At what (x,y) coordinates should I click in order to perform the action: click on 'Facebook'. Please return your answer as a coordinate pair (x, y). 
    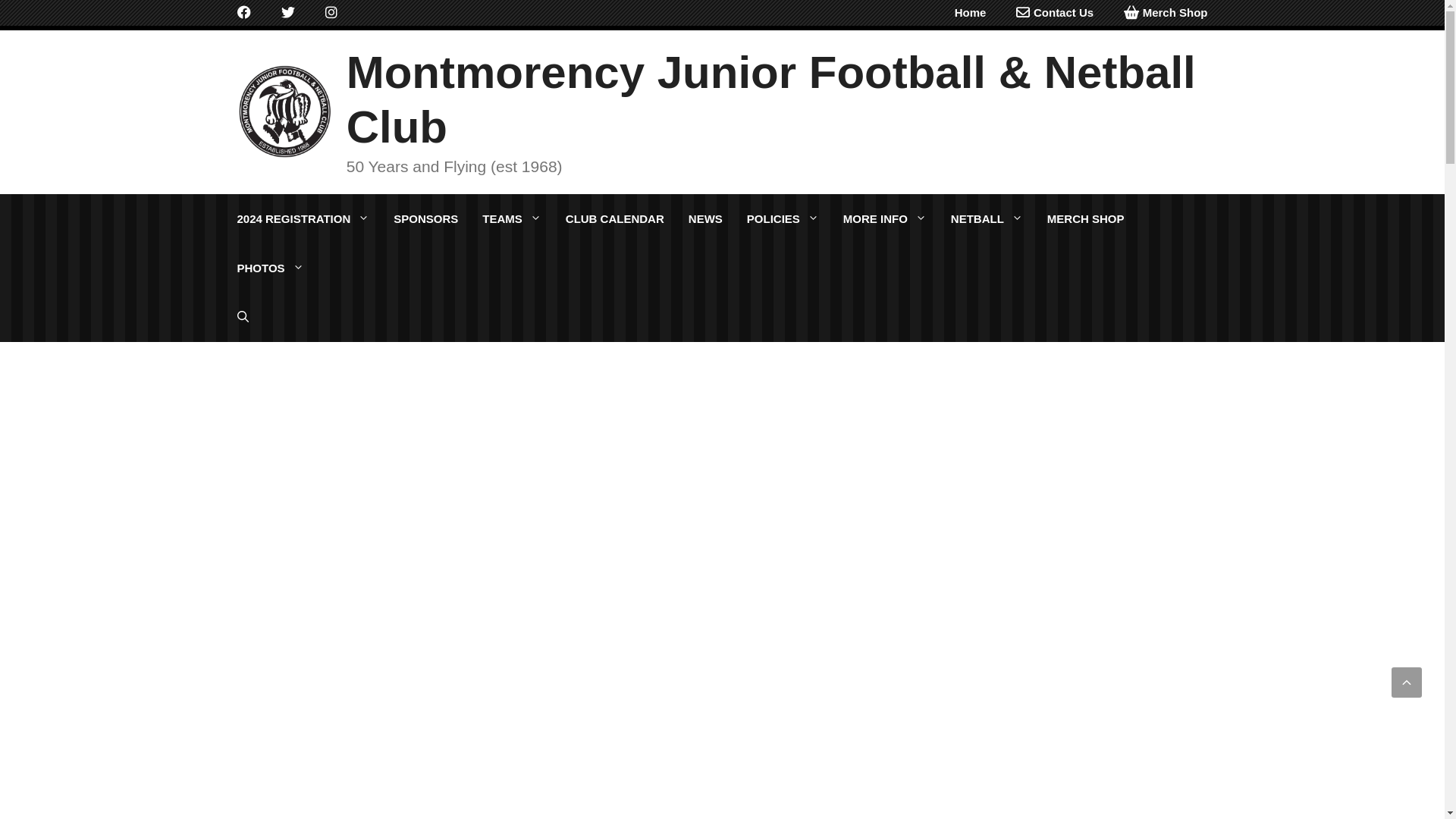
    Looking at the image, I should click on (243, 12).